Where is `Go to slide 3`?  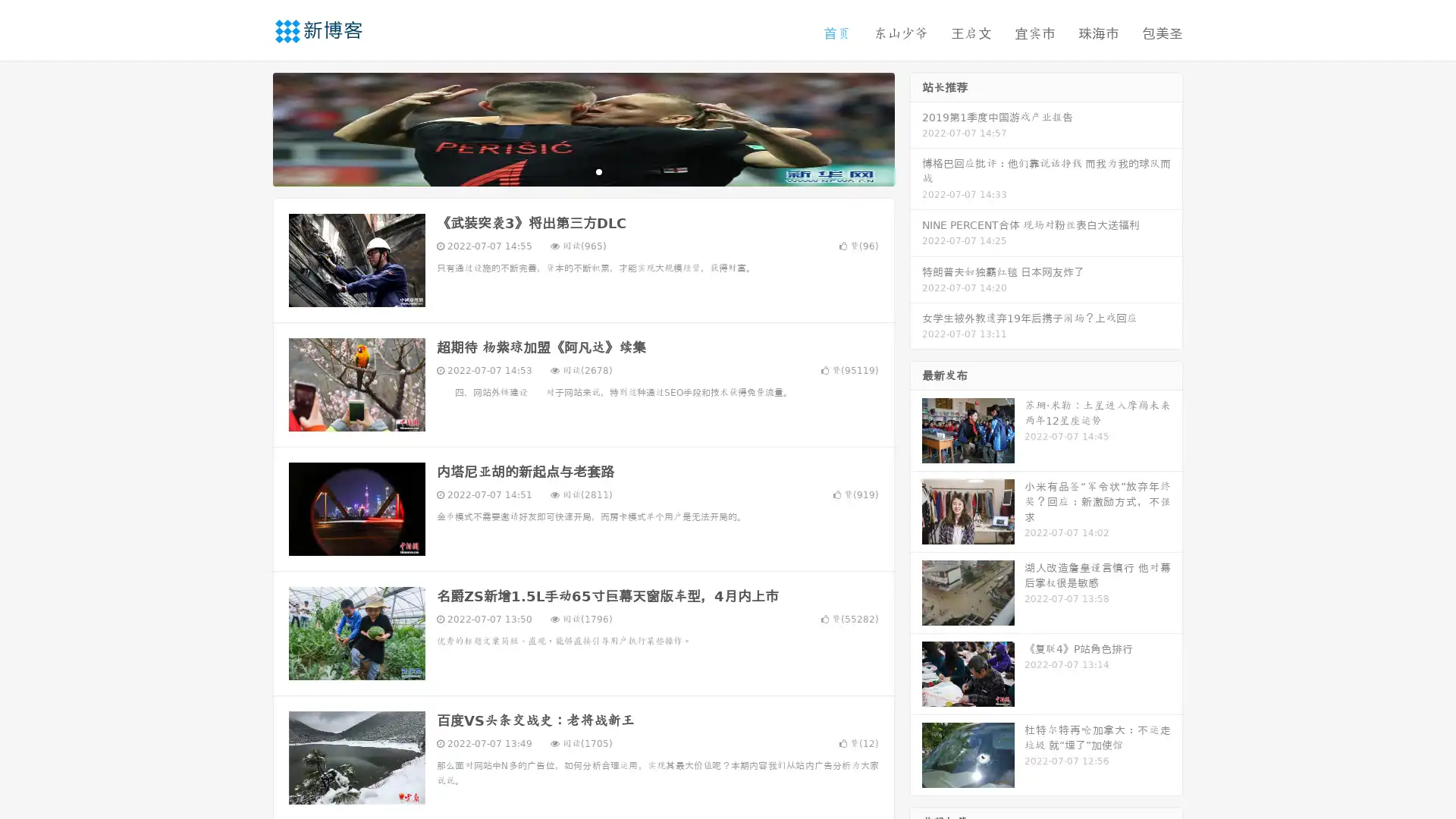
Go to slide 3 is located at coordinates (598, 171).